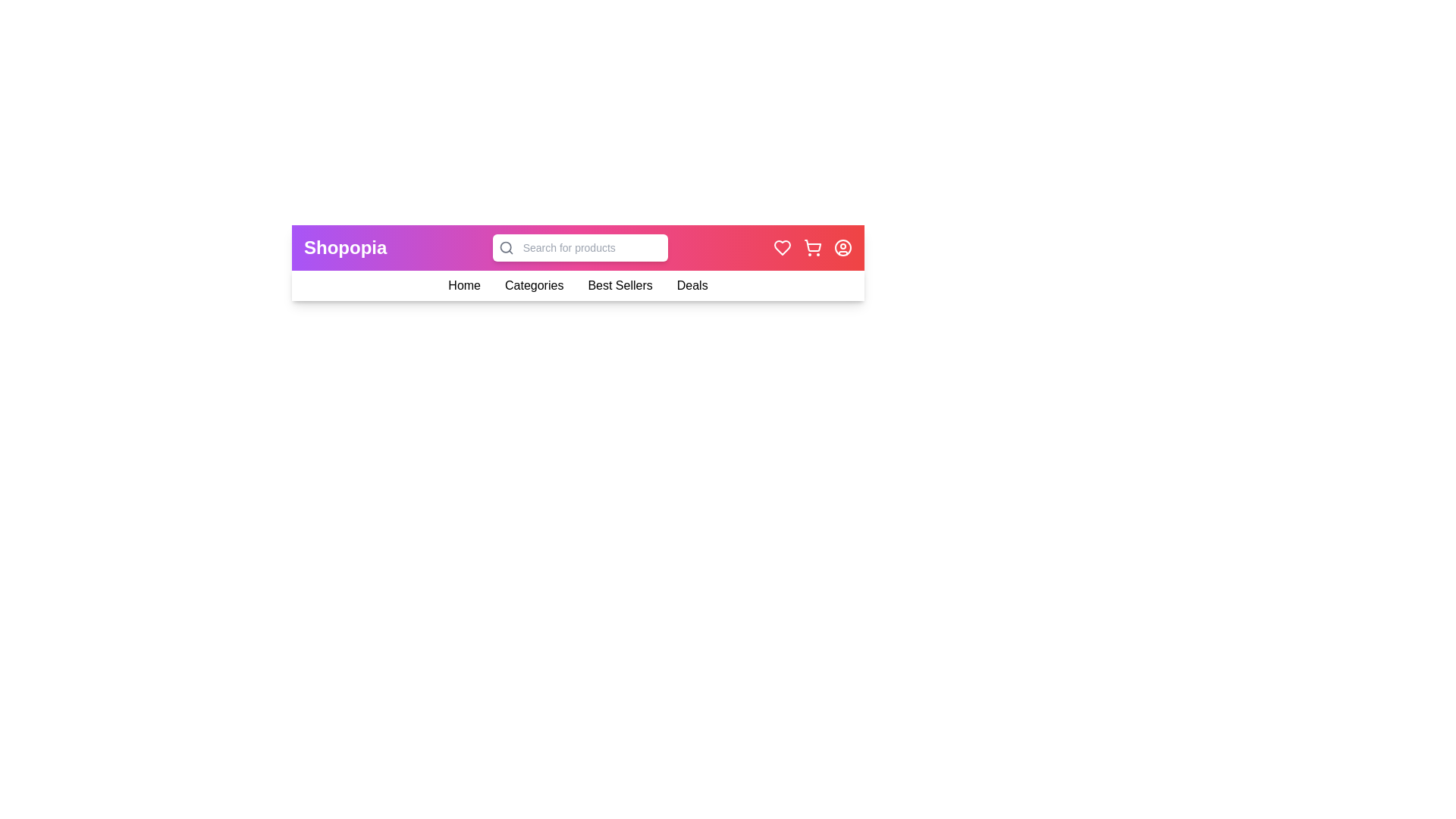  What do you see at coordinates (620, 286) in the screenshot?
I see `the Best Sellers navigation link` at bounding box center [620, 286].